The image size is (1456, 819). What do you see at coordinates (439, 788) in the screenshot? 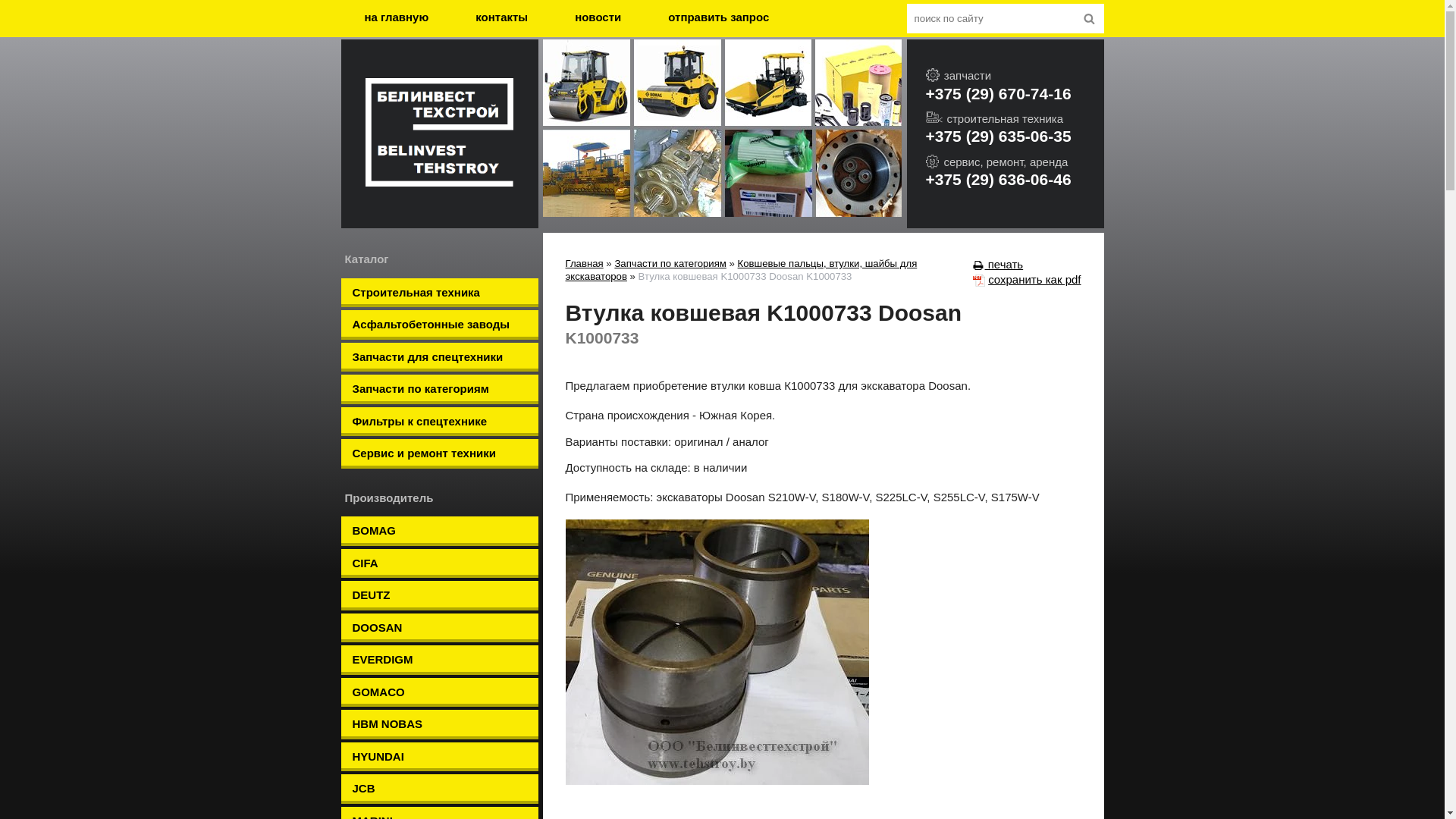
I see `'JCB'` at bounding box center [439, 788].